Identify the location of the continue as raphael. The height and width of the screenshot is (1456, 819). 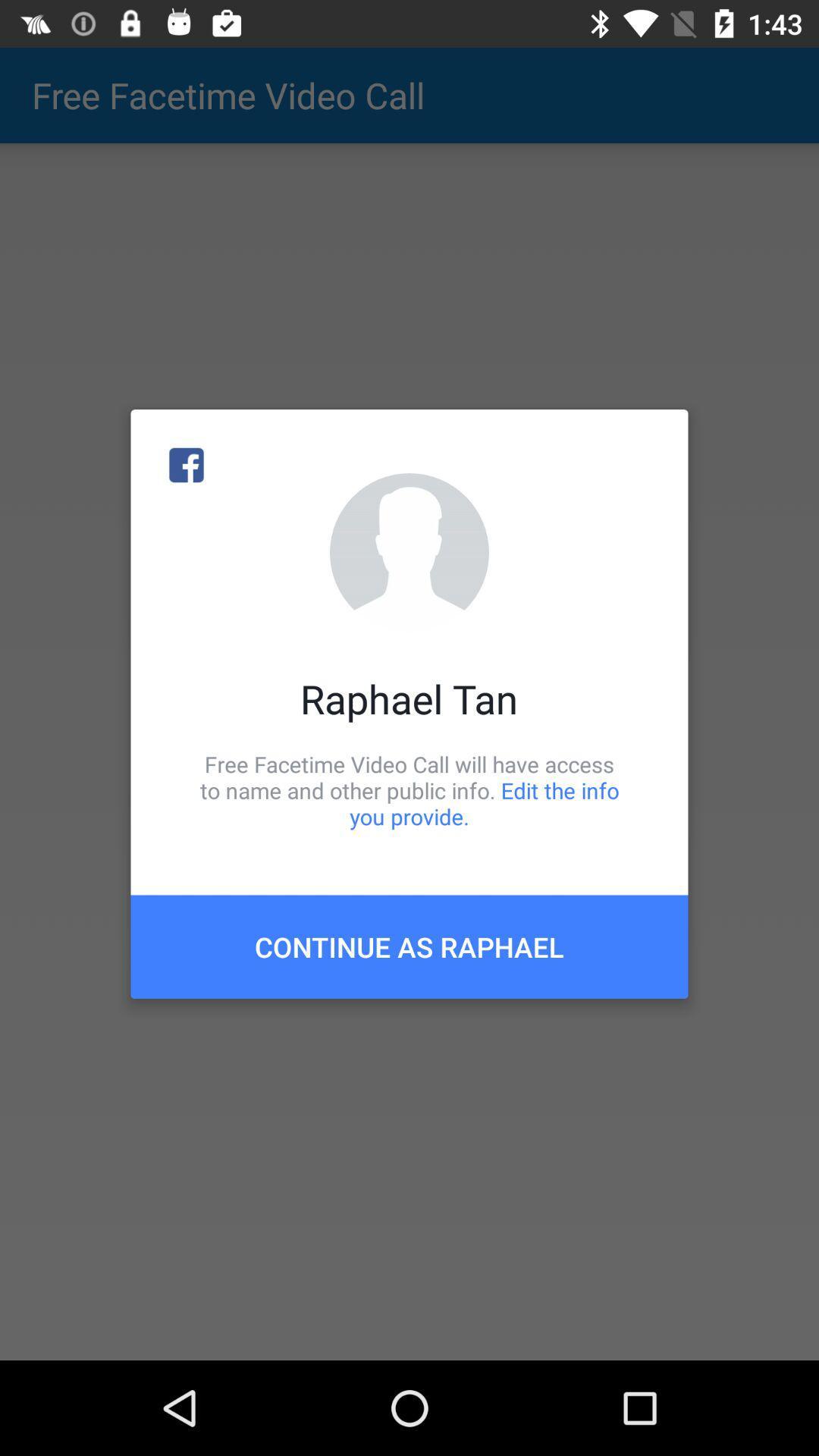
(409, 946).